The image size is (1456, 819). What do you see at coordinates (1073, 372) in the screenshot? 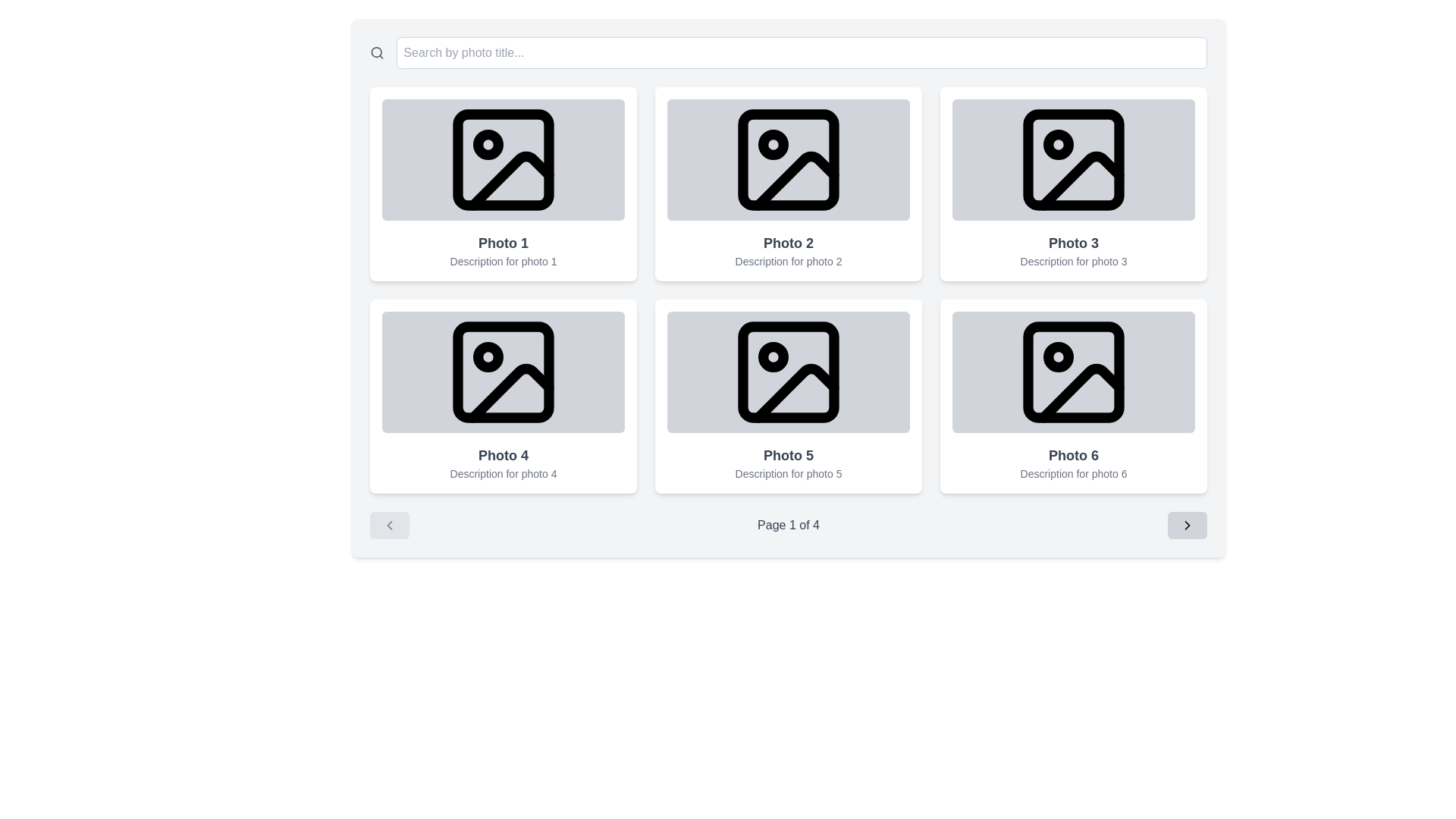
I see `the icon or placeholder image for the content card titled 'Photo 6', located in the bottom-right corner of the grid layout as the first item in the second row` at bounding box center [1073, 372].